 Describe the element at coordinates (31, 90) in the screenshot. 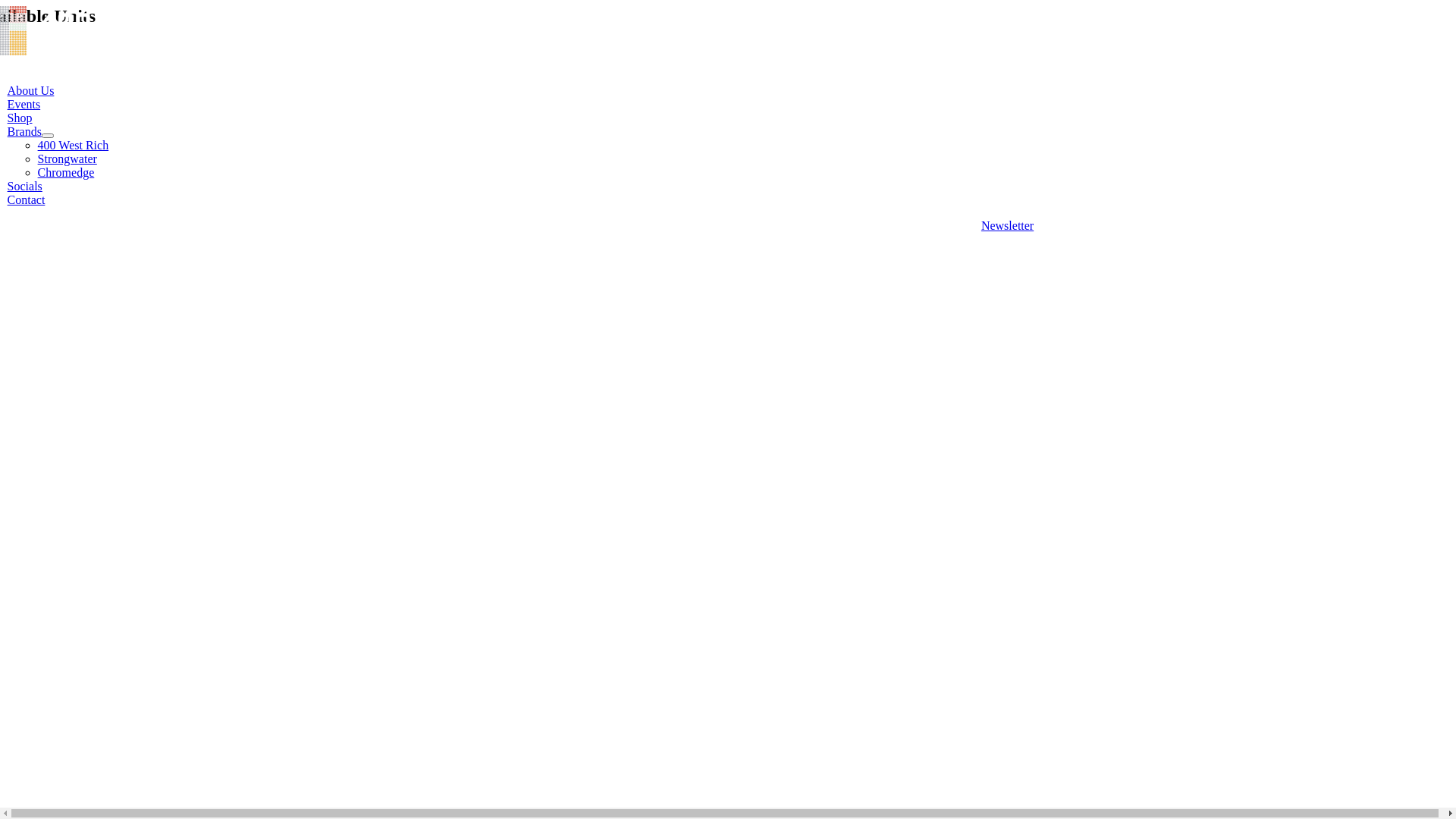

I see `'About Us'` at that location.